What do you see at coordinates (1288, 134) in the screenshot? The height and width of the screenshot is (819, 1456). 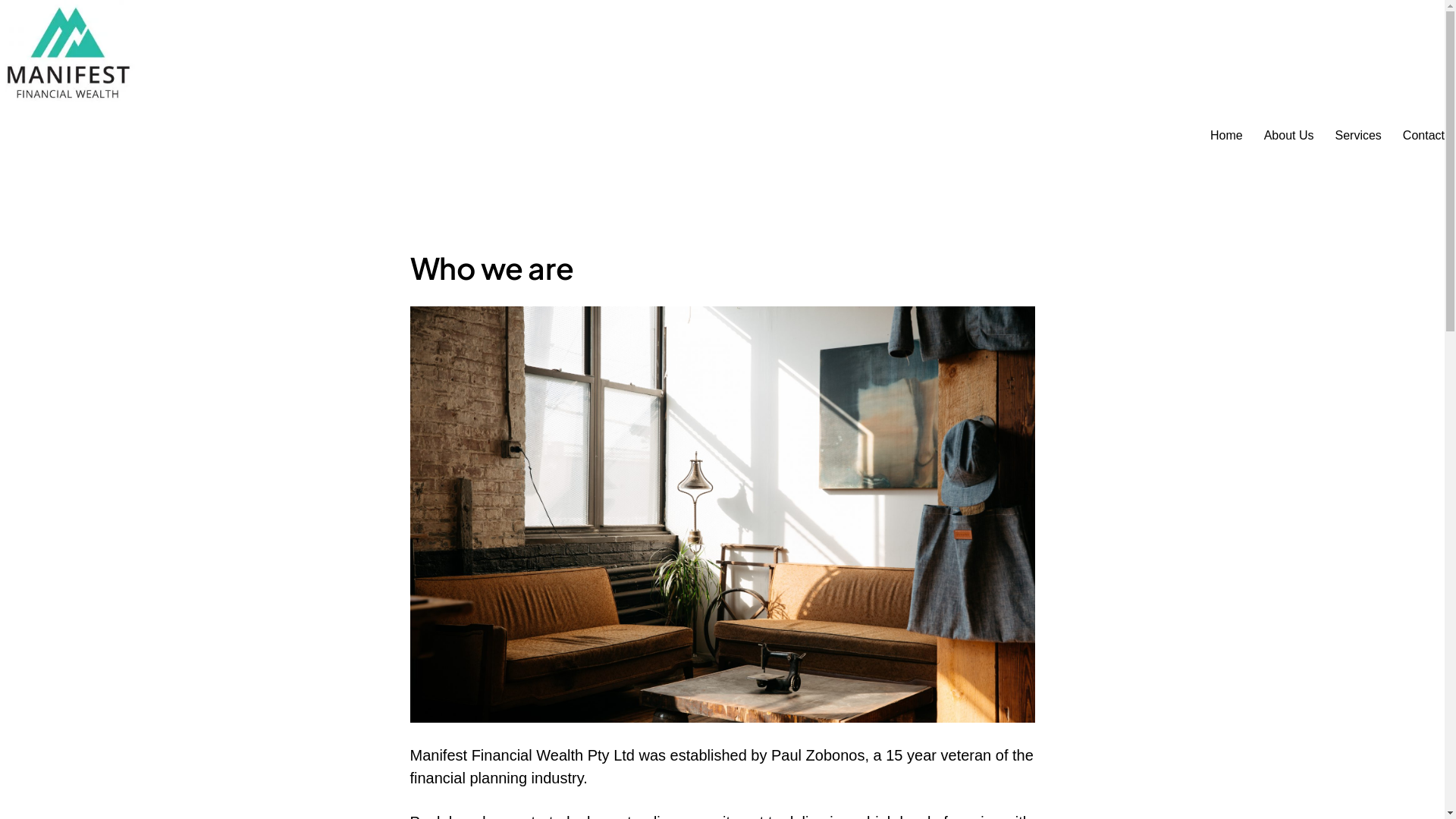 I see `'About Us'` at bounding box center [1288, 134].